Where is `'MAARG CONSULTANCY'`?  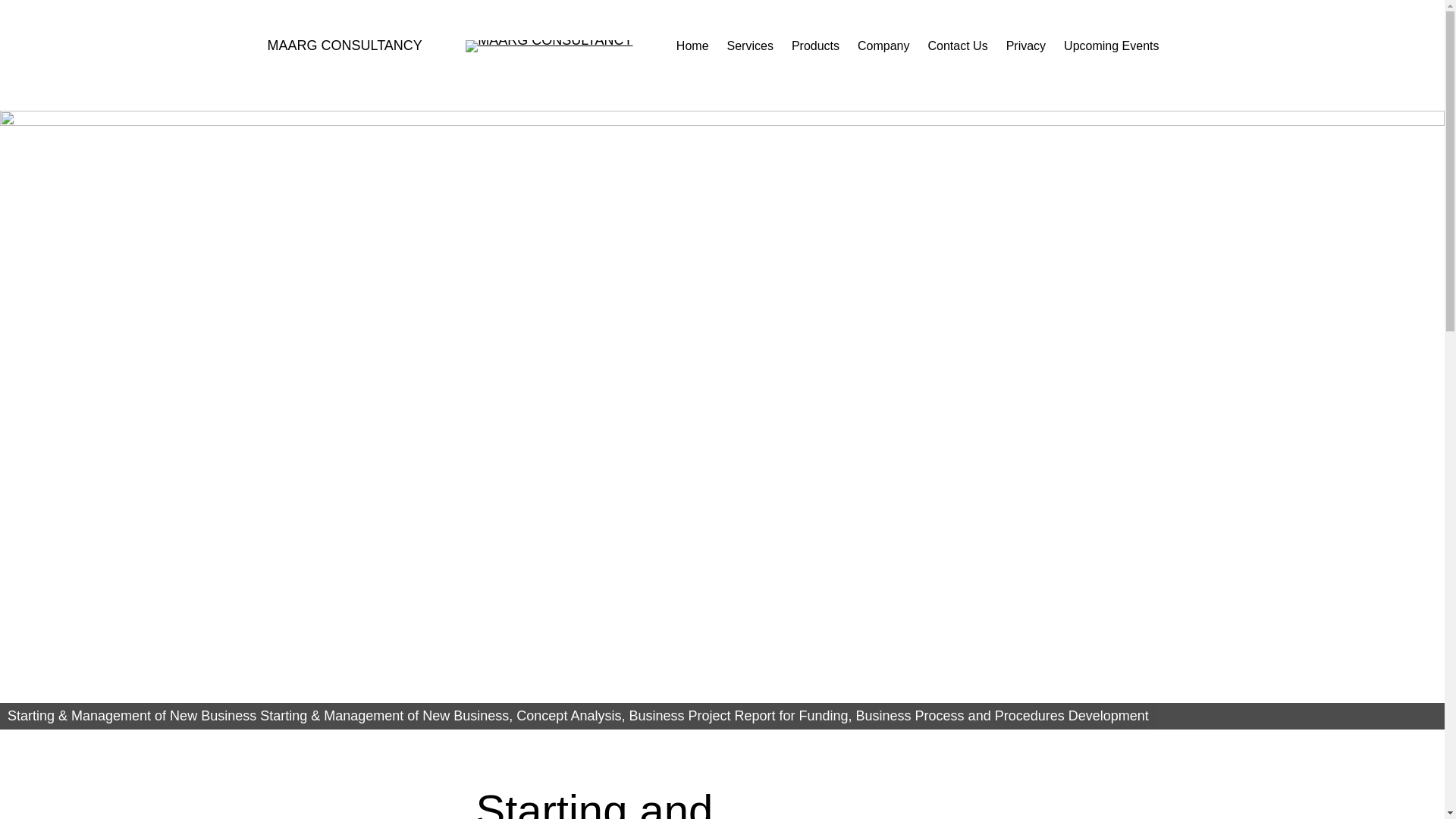
'MAARG CONSULTANCY' is located at coordinates (344, 45).